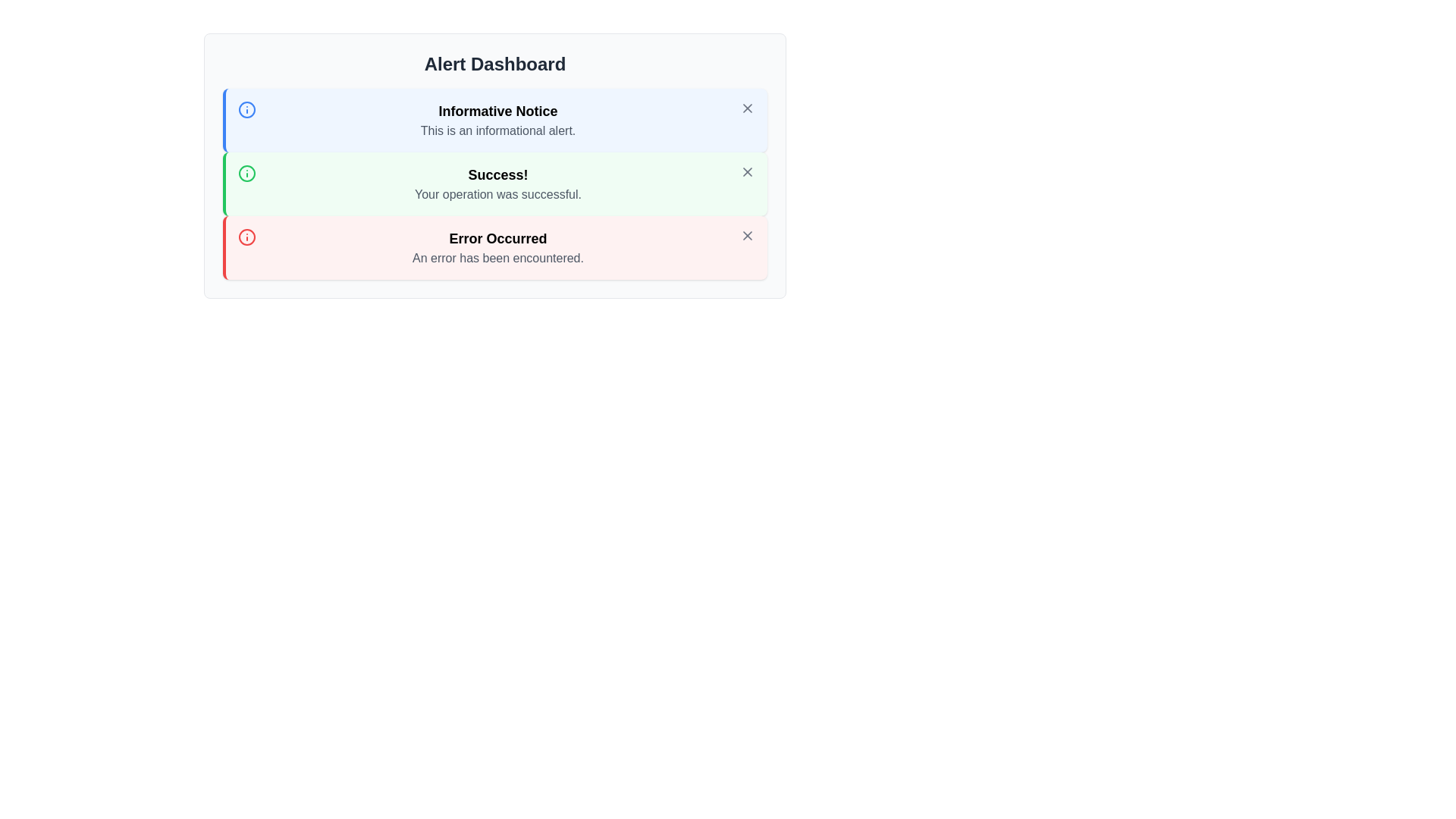 The width and height of the screenshot is (1456, 819). Describe the element at coordinates (747, 236) in the screenshot. I see `the center of the Close Button represented by a diagonal cross line in the top-right corner of the 'Error Occurred' alert box` at that location.